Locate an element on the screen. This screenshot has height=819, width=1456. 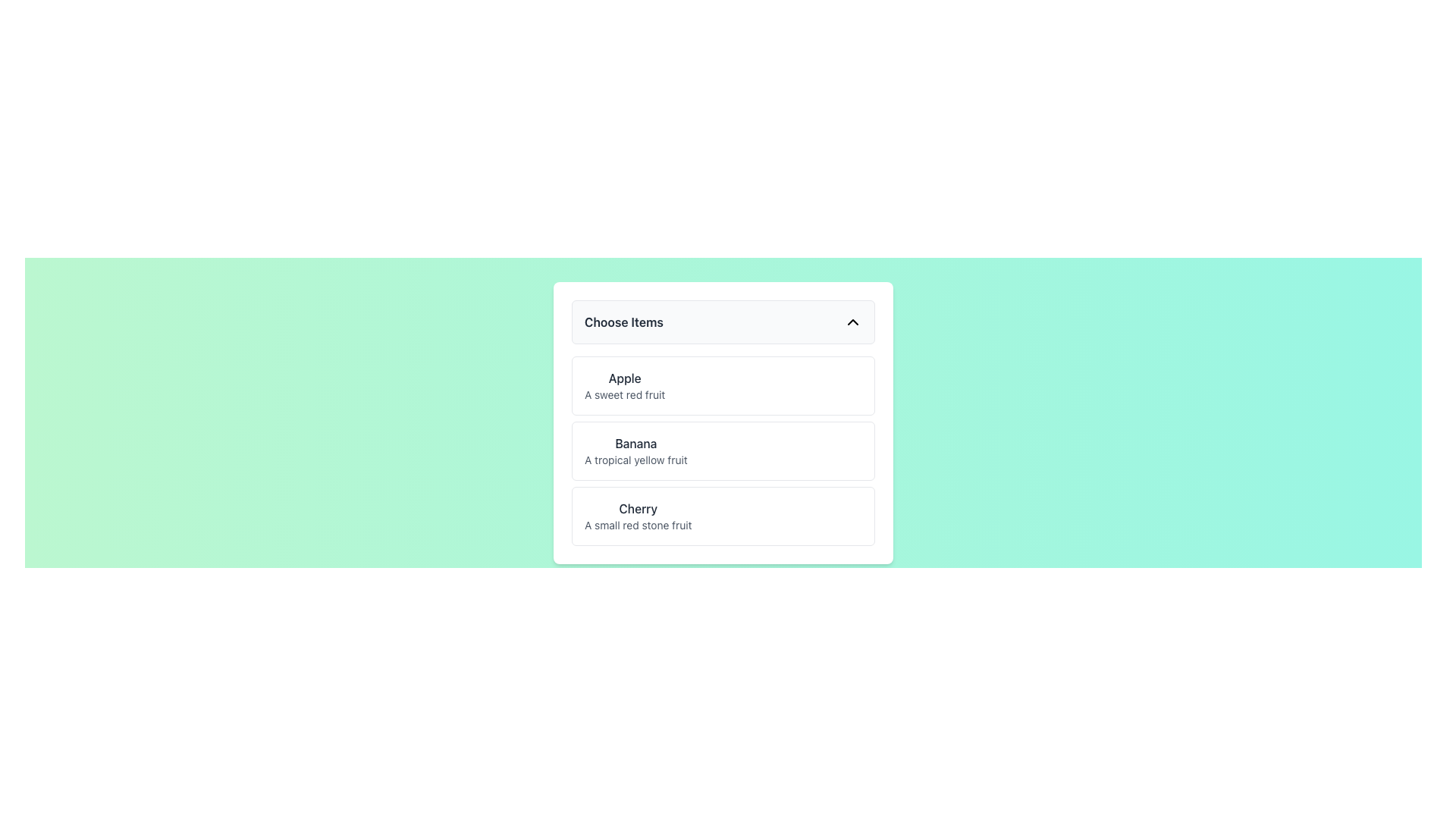
the chevron toggle icon located at the extreme right of the 'Choose Items.' box is located at coordinates (852, 321).